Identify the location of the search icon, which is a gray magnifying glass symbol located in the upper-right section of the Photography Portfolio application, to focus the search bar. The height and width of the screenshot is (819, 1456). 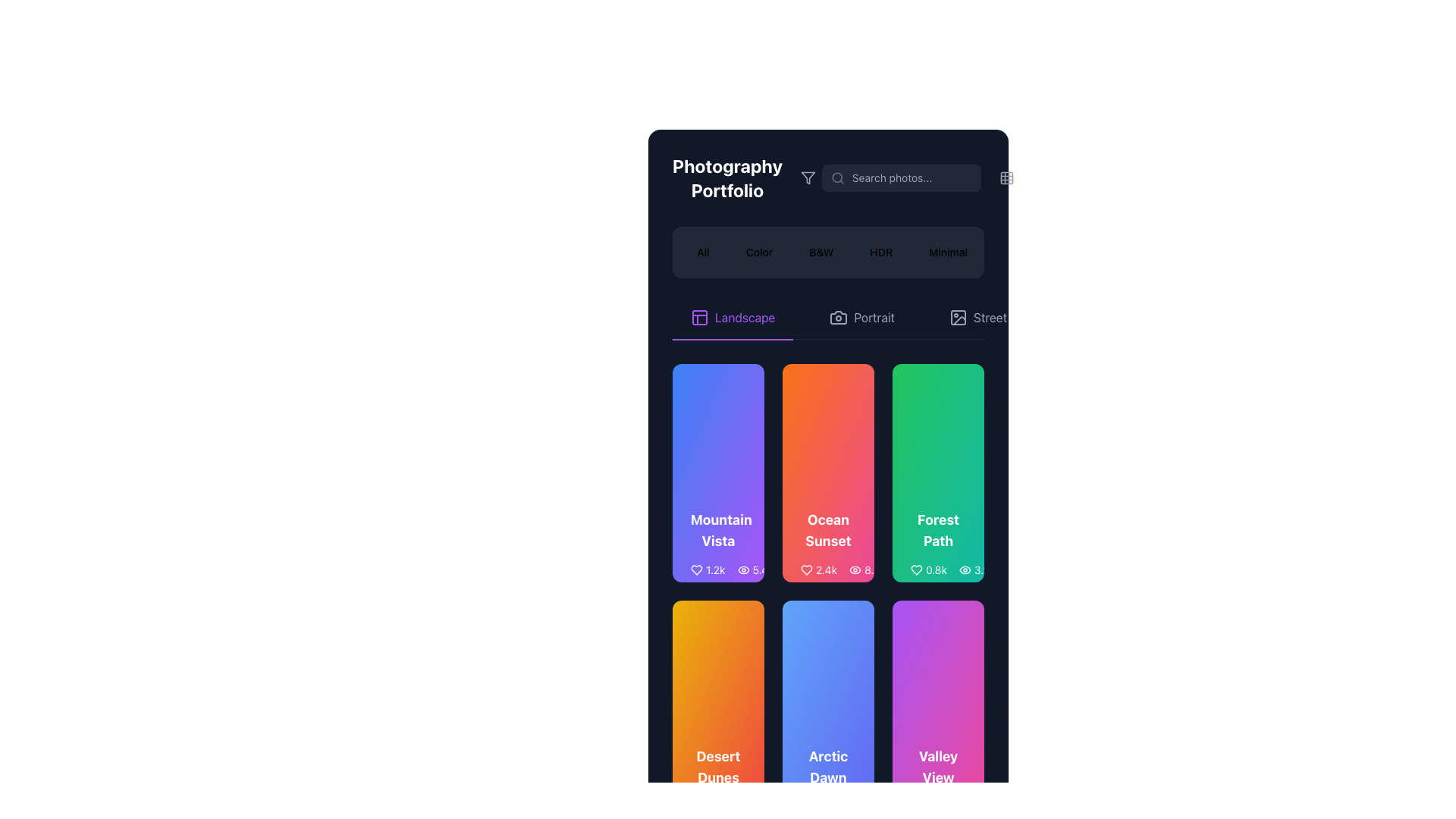
(836, 177).